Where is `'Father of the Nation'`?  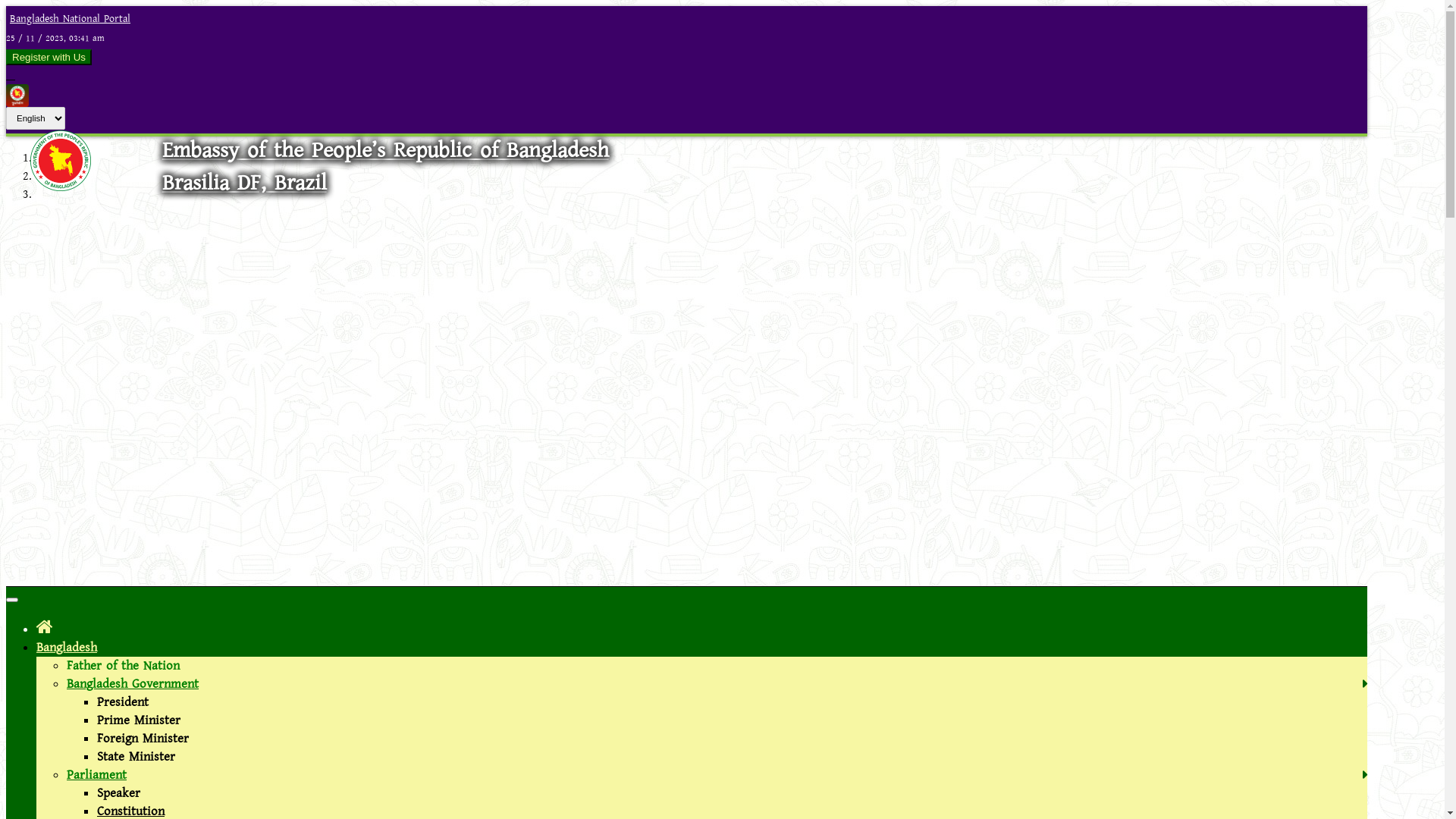
'Father of the Nation' is located at coordinates (123, 665).